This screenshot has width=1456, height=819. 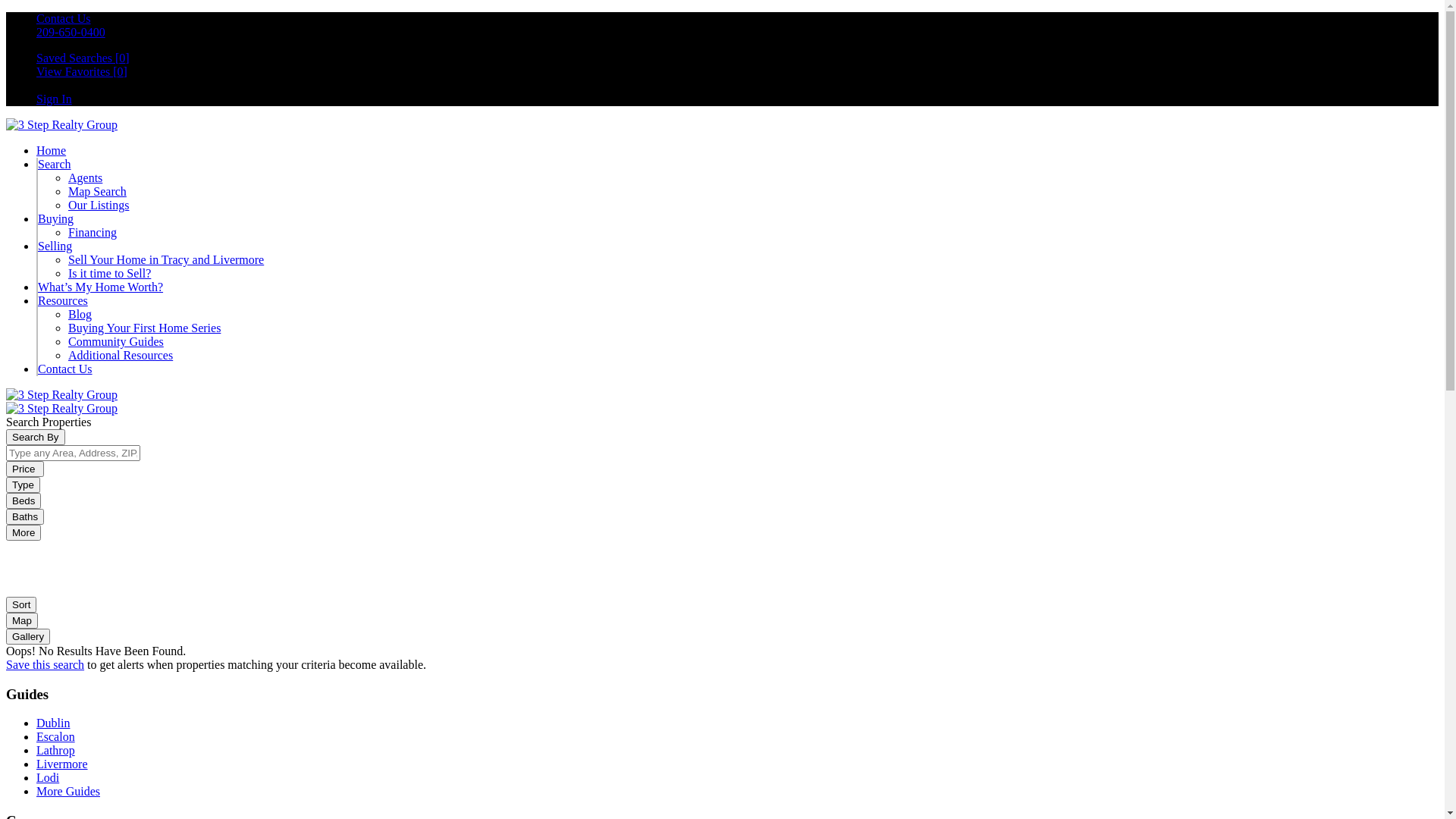 I want to click on 'Selling', so click(x=55, y=245).